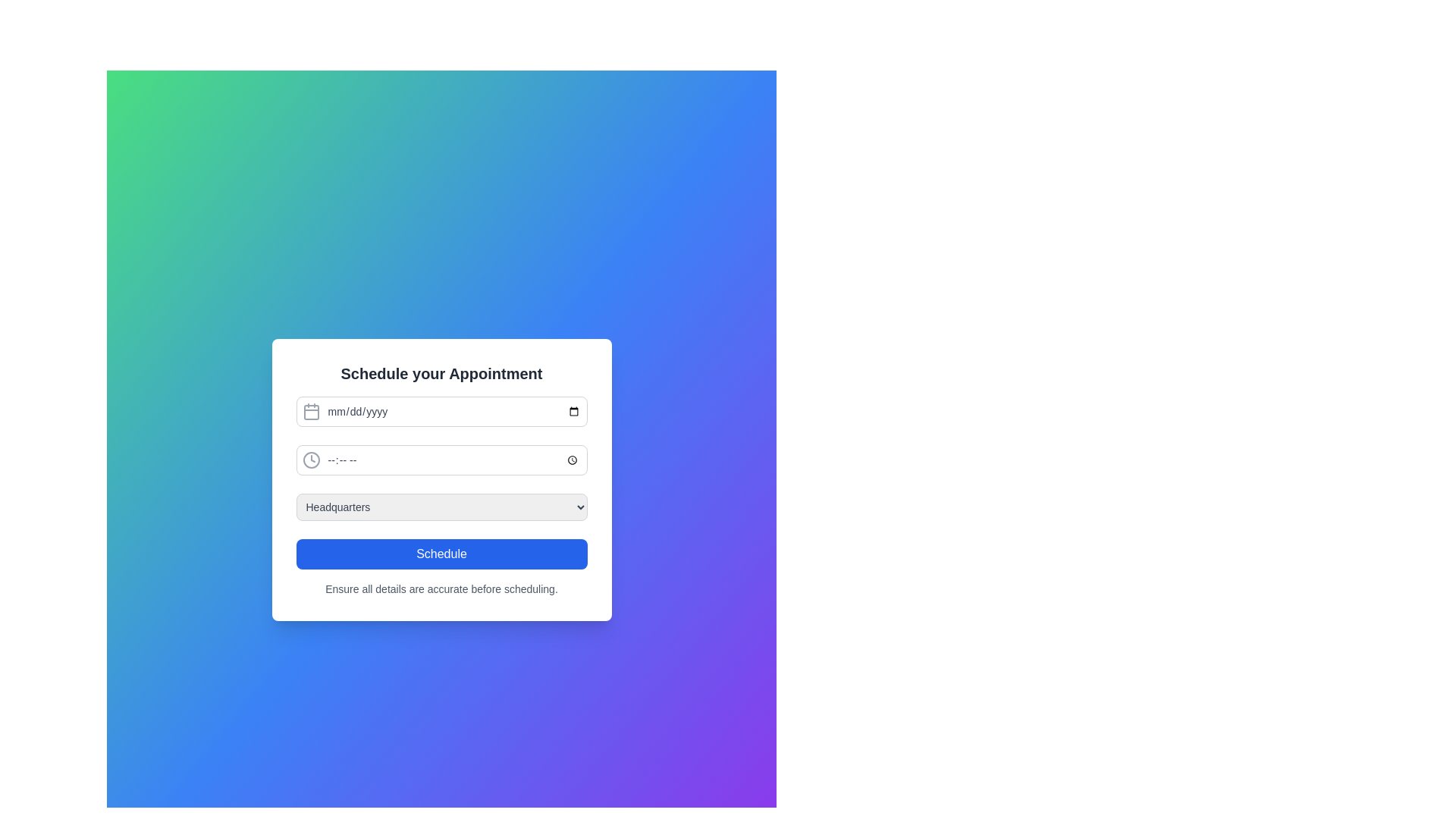 This screenshot has width=1456, height=819. What do you see at coordinates (310, 459) in the screenshot?
I see `the circle element of the SVG clock icon, which indicates the purpose of the adjacent time input field in the appointment scheduling form` at bounding box center [310, 459].